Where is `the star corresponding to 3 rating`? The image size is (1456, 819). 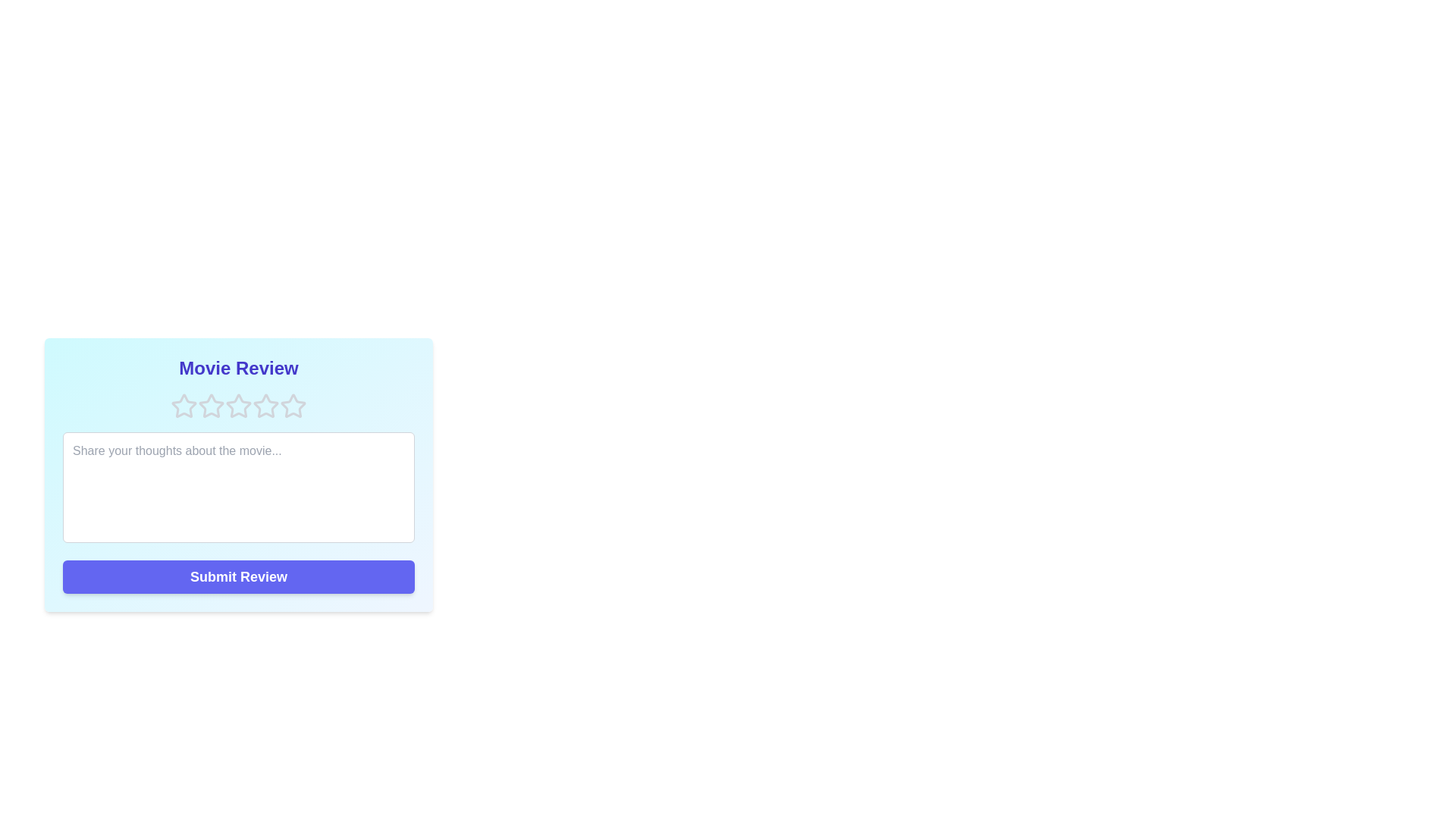 the star corresponding to 3 rating is located at coordinates (238, 406).